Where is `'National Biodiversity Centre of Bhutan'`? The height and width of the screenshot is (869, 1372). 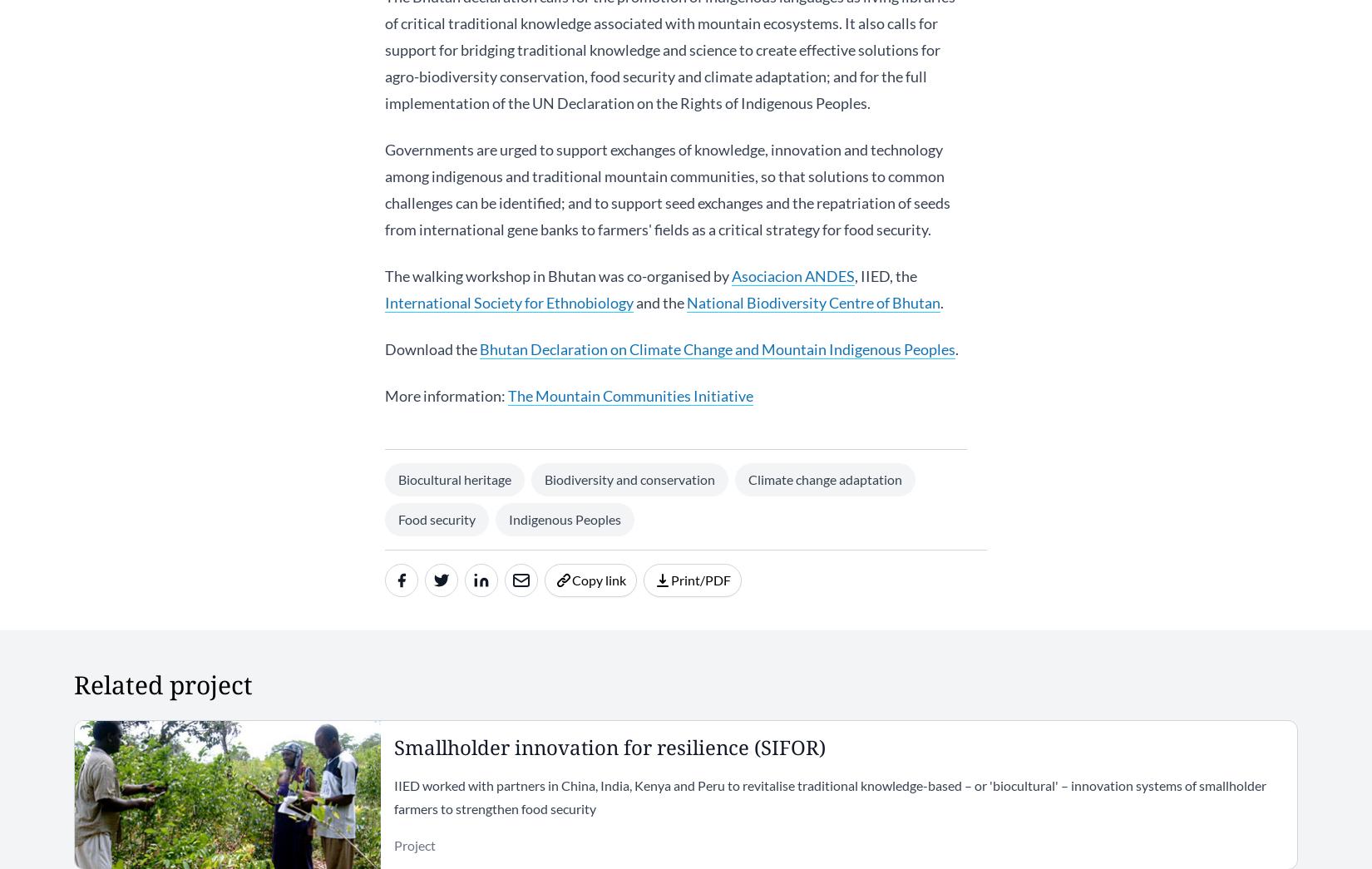 'National Biodiversity Centre of Bhutan' is located at coordinates (813, 301).